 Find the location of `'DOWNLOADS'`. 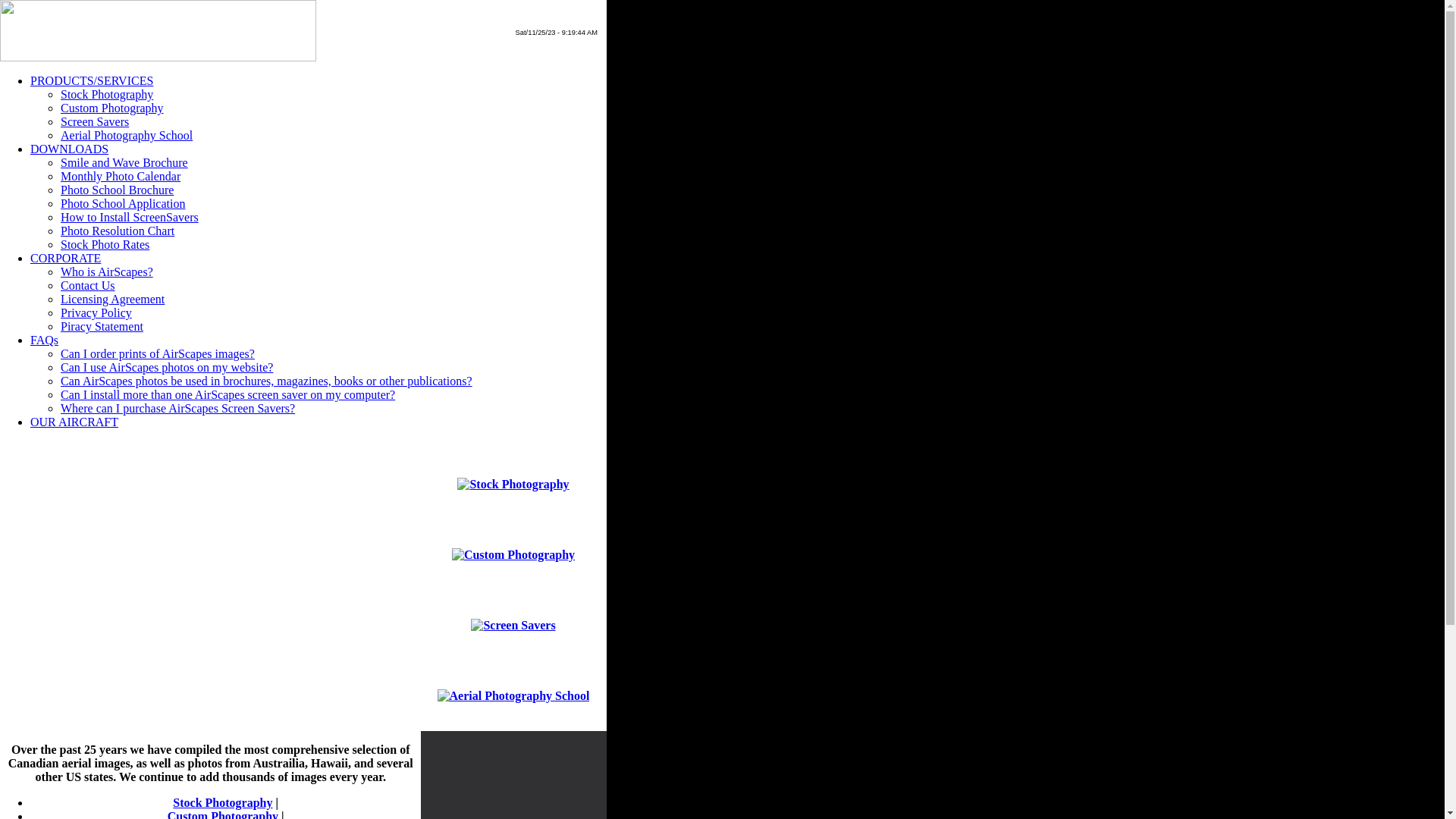

'DOWNLOADS' is located at coordinates (68, 149).